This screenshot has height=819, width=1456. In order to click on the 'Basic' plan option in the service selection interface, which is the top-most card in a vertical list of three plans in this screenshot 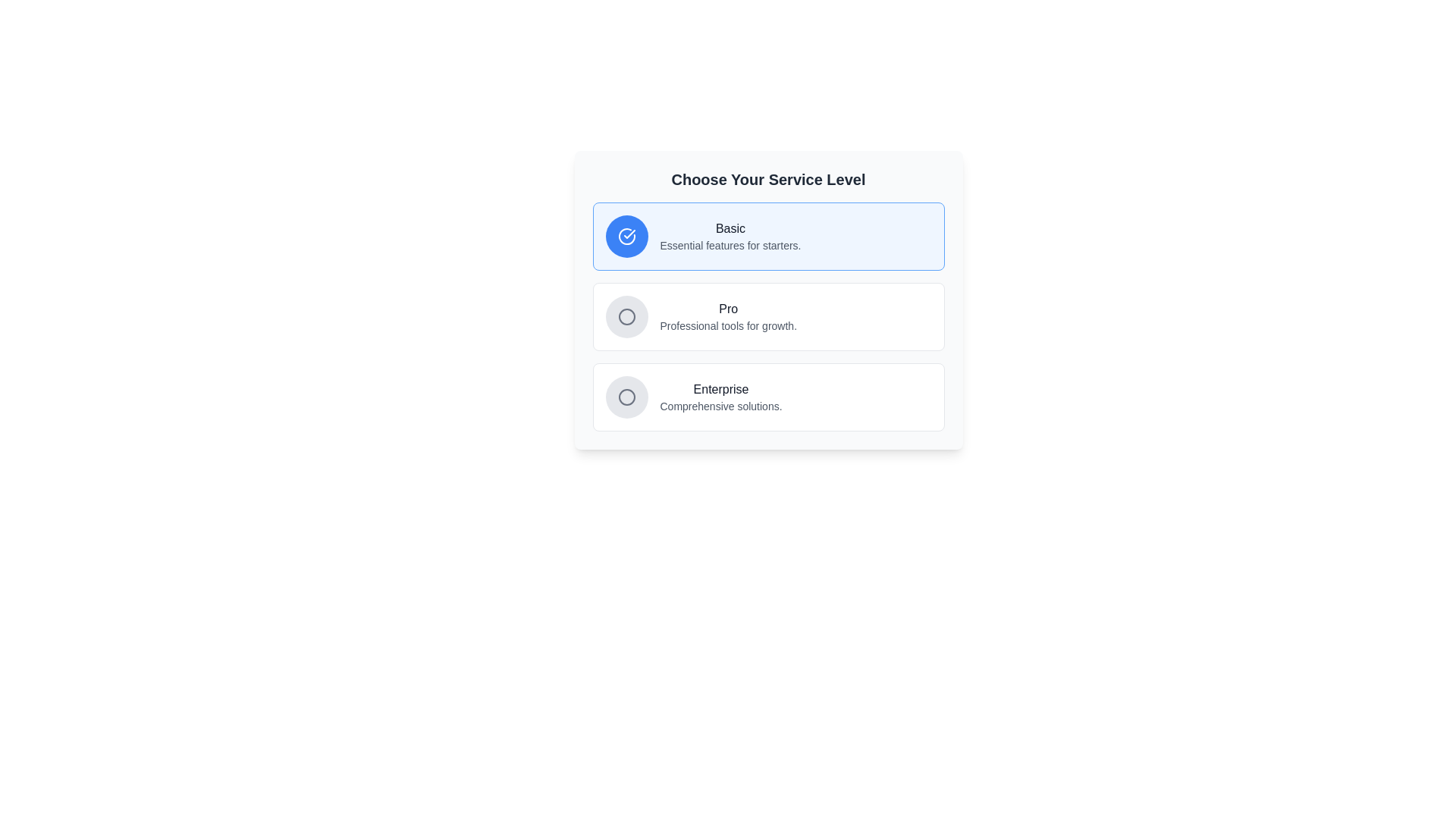, I will do `click(768, 237)`.